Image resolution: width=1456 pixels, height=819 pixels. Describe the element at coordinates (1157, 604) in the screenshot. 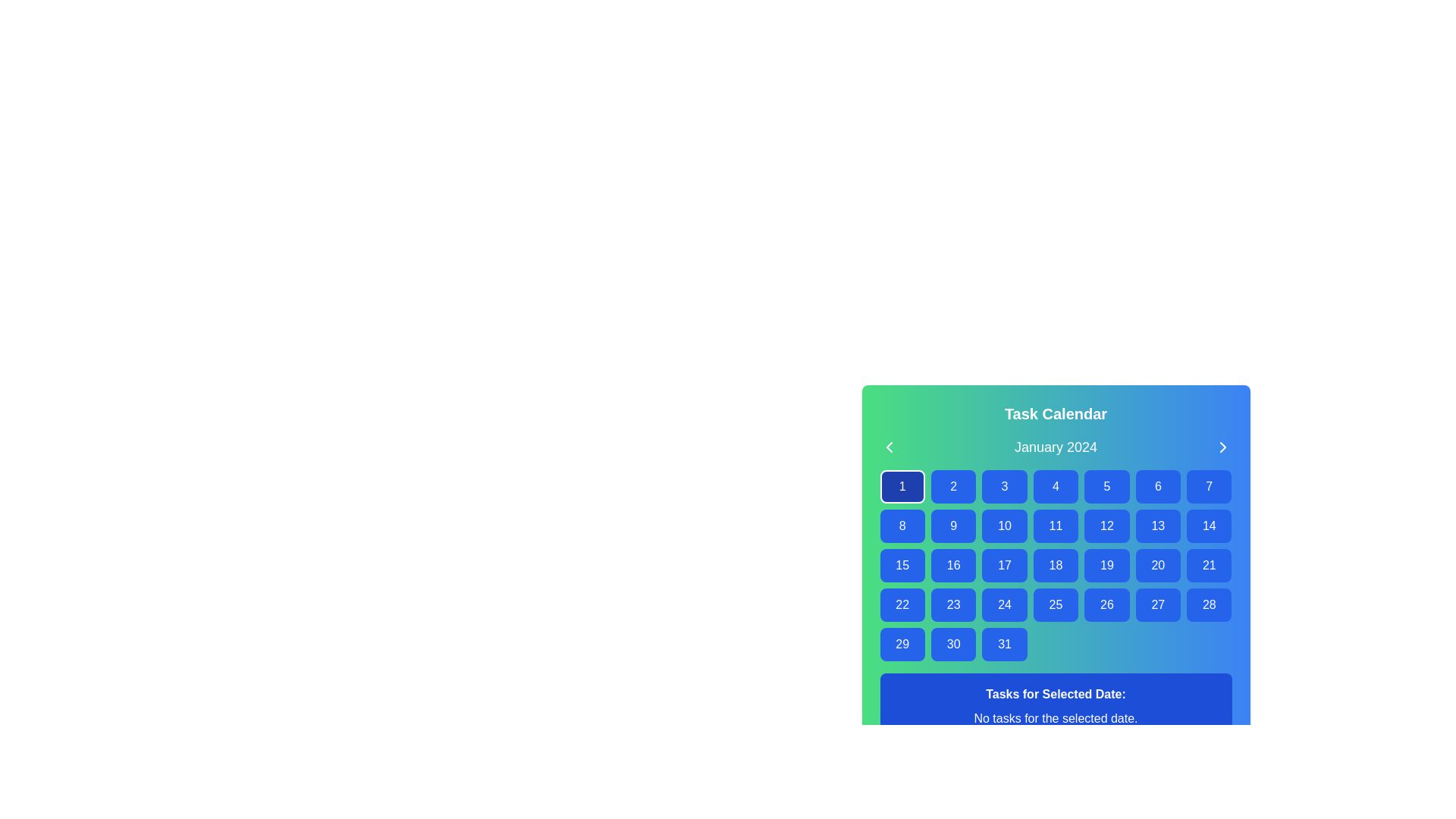

I see `the blue gradient button with the white number '27' at its center, located in the last week row of the calendar grid, specifically in the sixth column from the left` at that location.